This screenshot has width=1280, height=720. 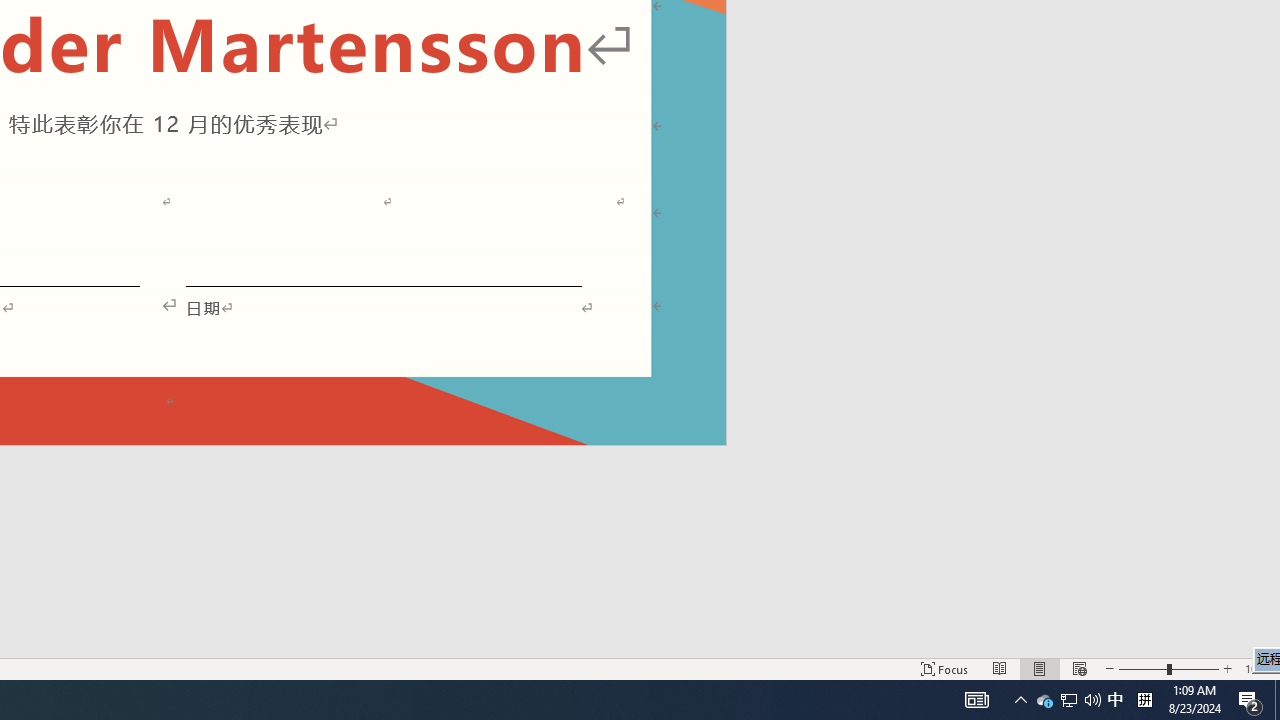 What do you see at coordinates (1168, 669) in the screenshot?
I see `'Zoom'` at bounding box center [1168, 669].